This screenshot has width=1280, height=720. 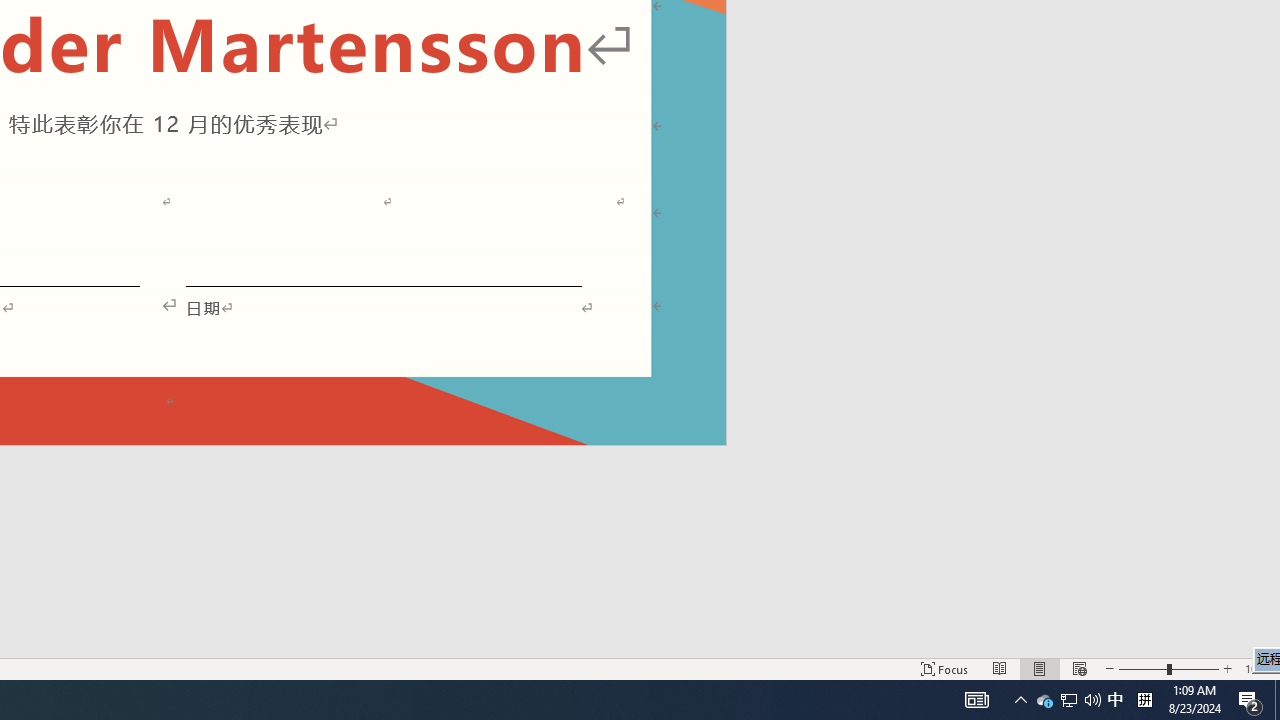 What do you see at coordinates (1168, 669) in the screenshot?
I see `'Zoom'` at bounding box center [1168, 669].